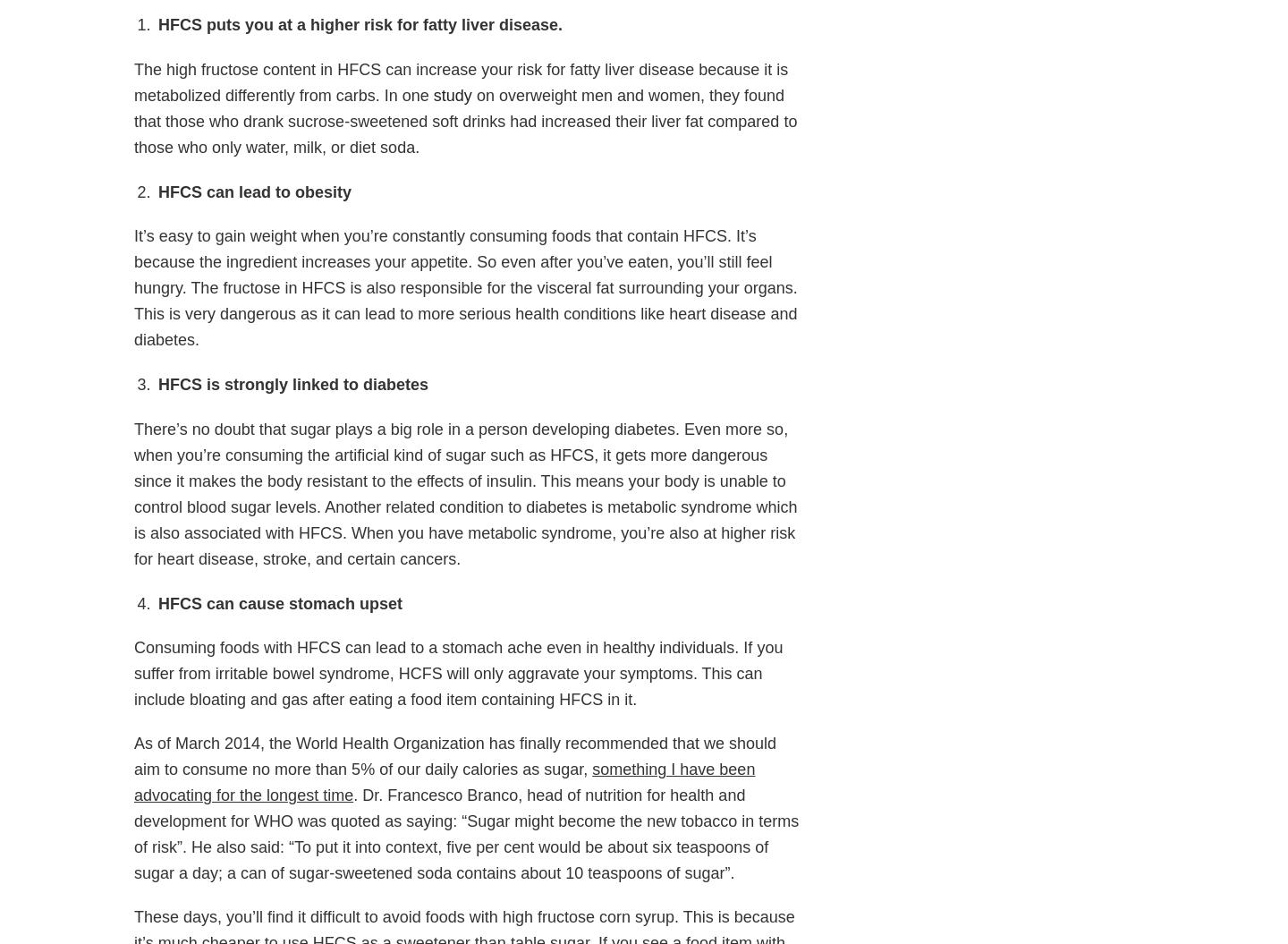 This screenshot has height=944, width=1288. I want to click on 'study', so click(451, 94).